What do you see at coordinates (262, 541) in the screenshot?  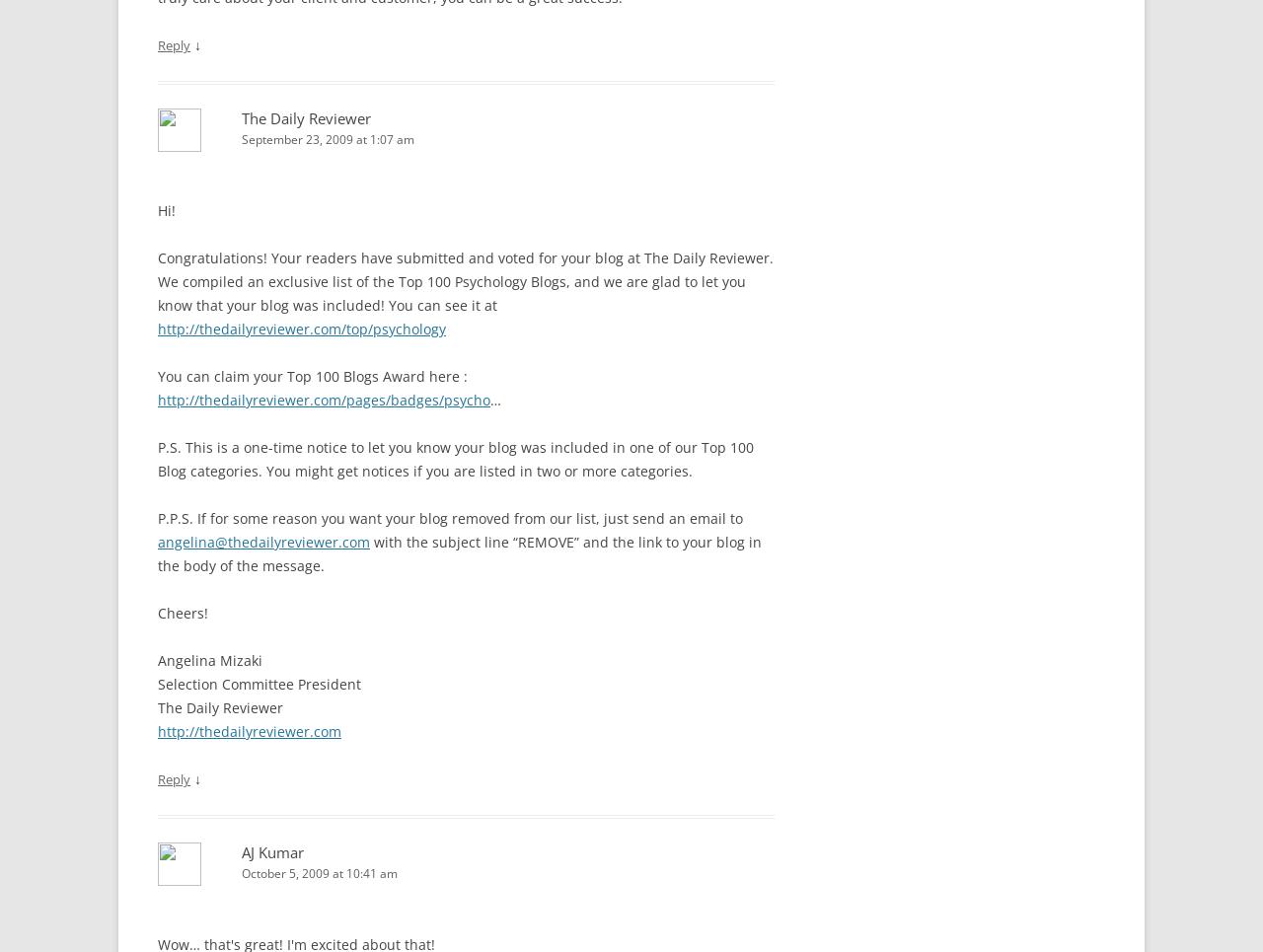 I see `'angelina@thedailyreviewer.com'` at bounding box center [262, 541].